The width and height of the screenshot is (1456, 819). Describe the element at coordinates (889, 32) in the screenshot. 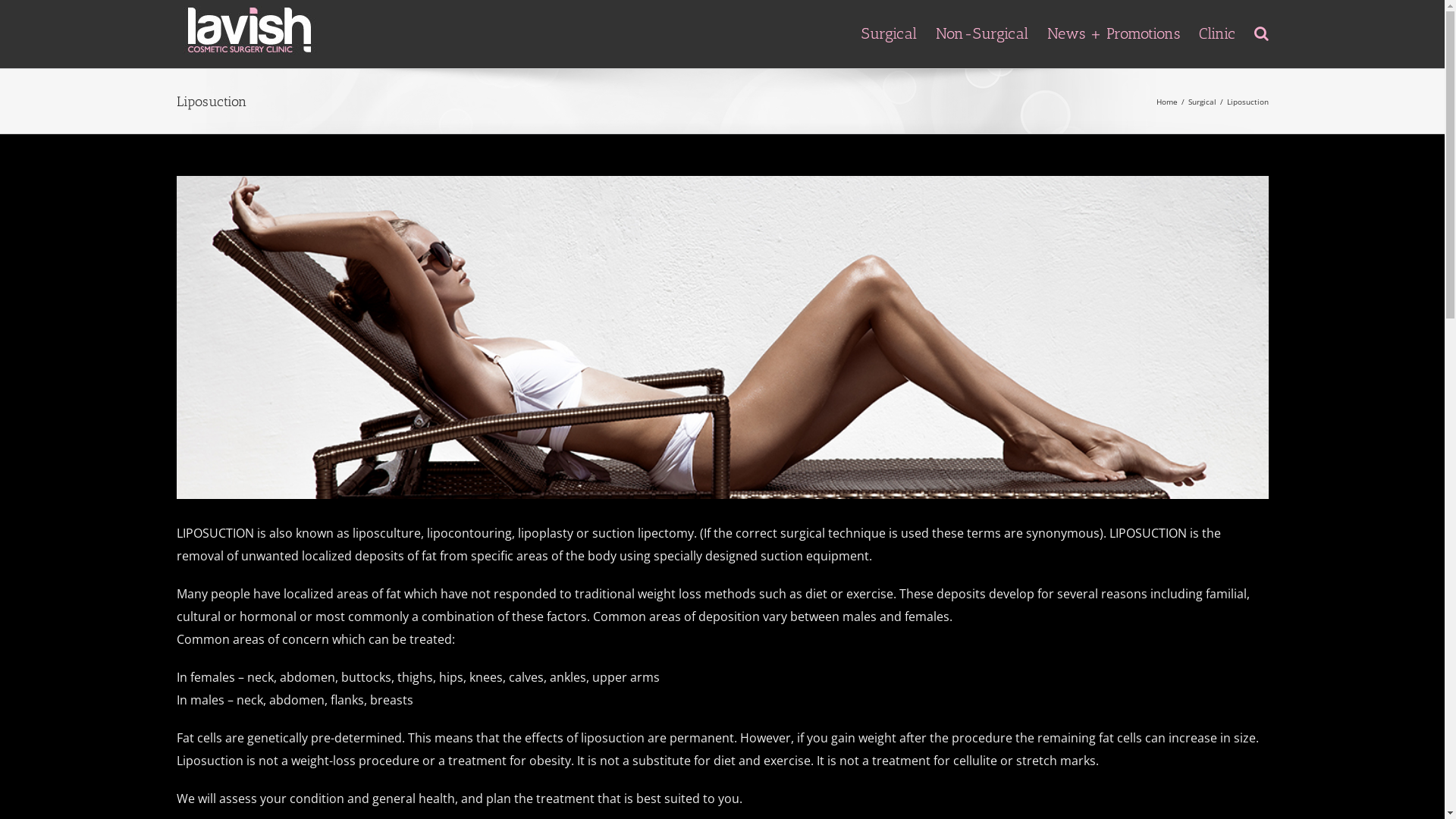

I see `'Surgical'` at that location.